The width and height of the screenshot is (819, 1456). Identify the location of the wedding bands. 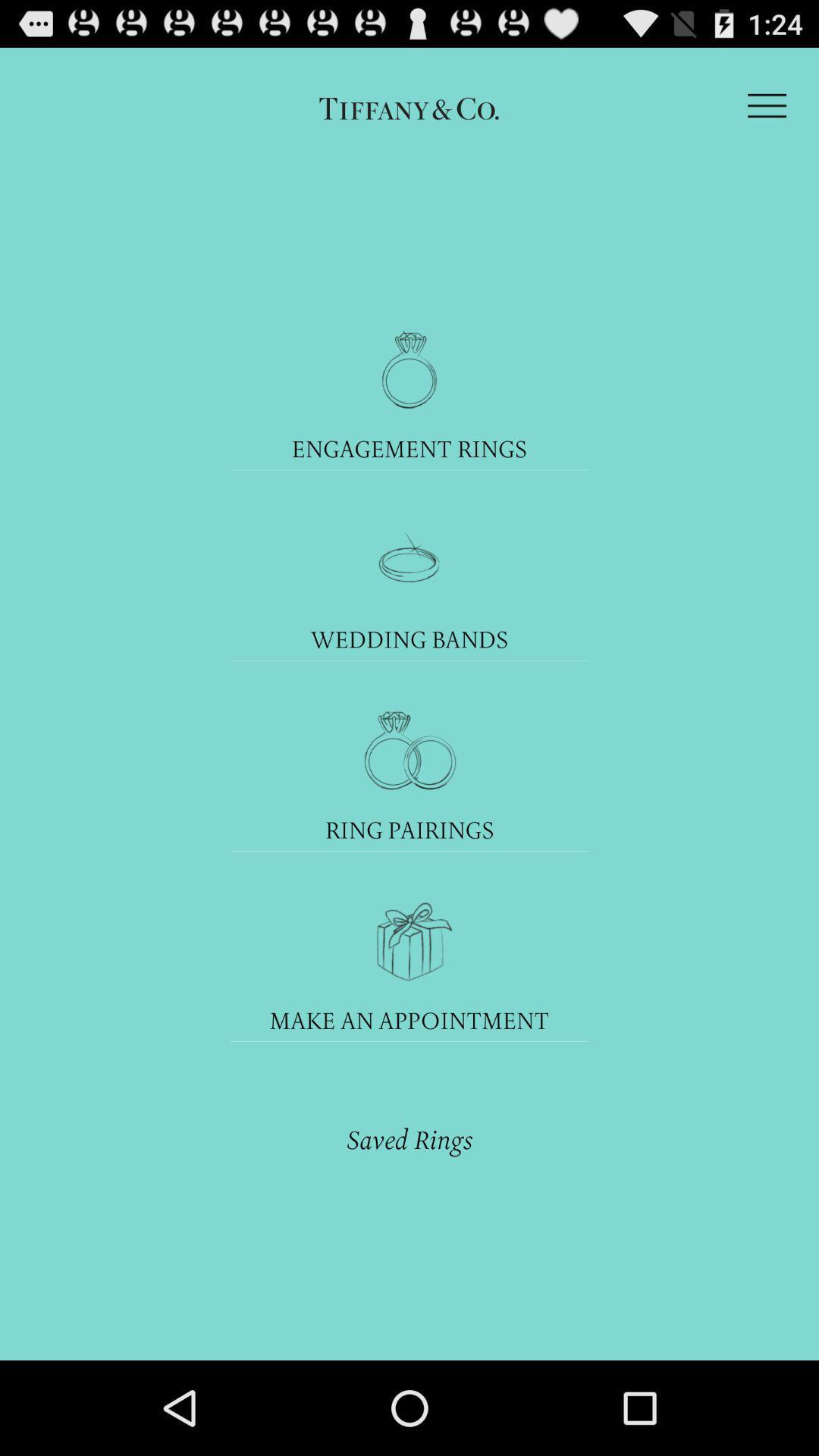
(409, 639).